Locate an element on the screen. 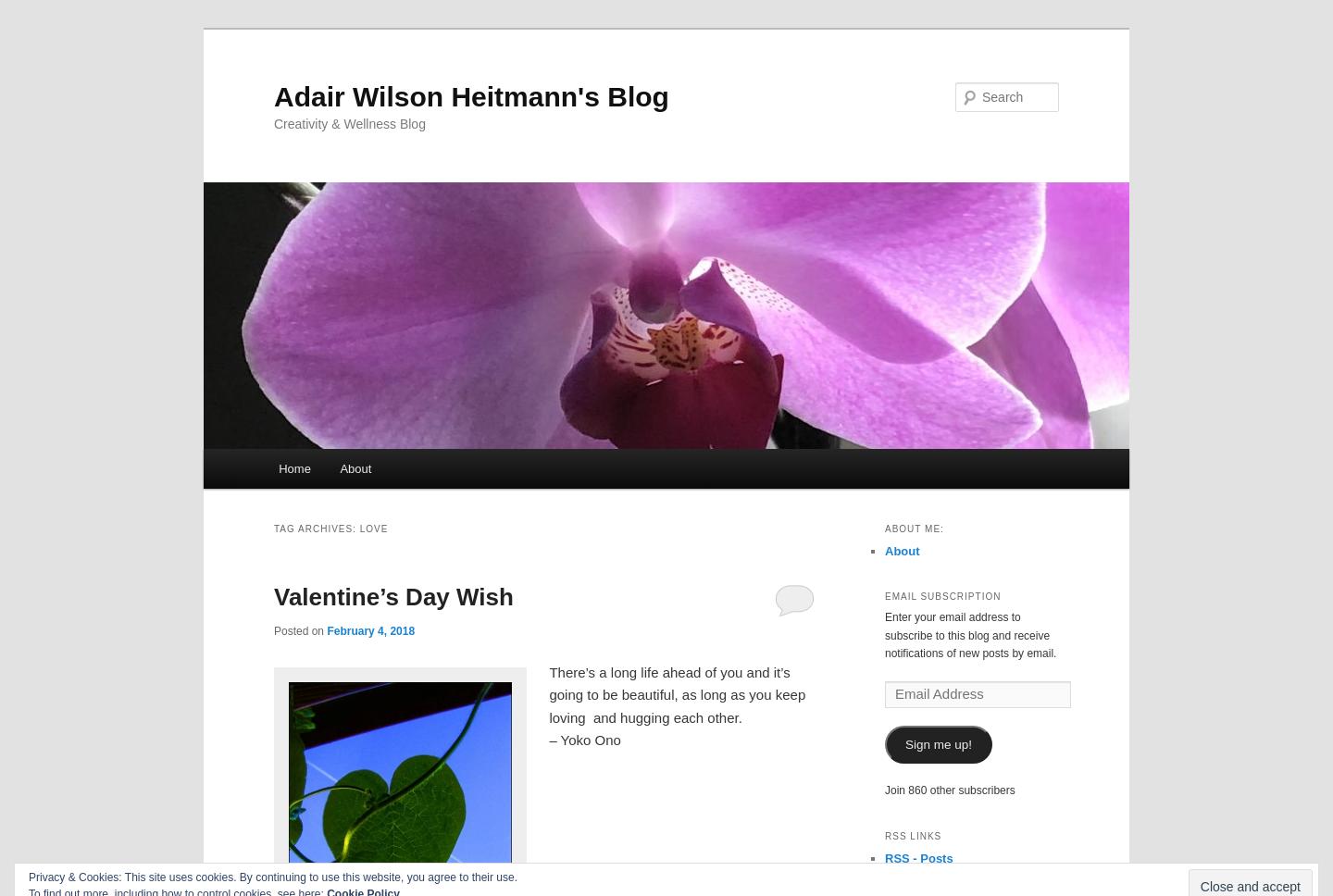 The height and width of the screenshot is (896, 1333). 'February 4, 2018' is located at coordinates (369, 629).